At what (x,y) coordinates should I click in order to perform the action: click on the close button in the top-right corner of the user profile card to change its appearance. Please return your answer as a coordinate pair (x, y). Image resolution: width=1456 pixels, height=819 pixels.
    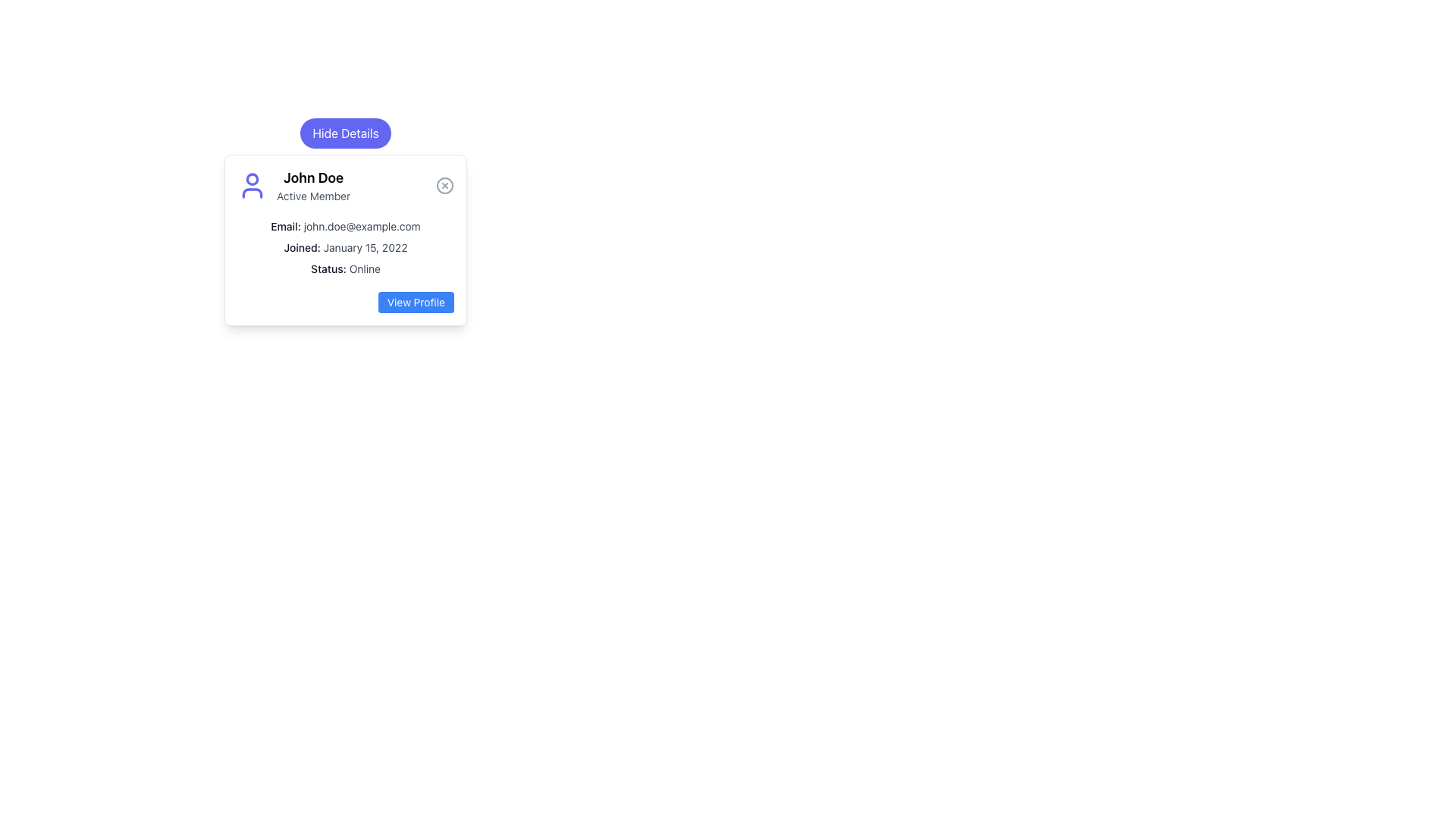
    Looking at the image, I should click on (444, 185).